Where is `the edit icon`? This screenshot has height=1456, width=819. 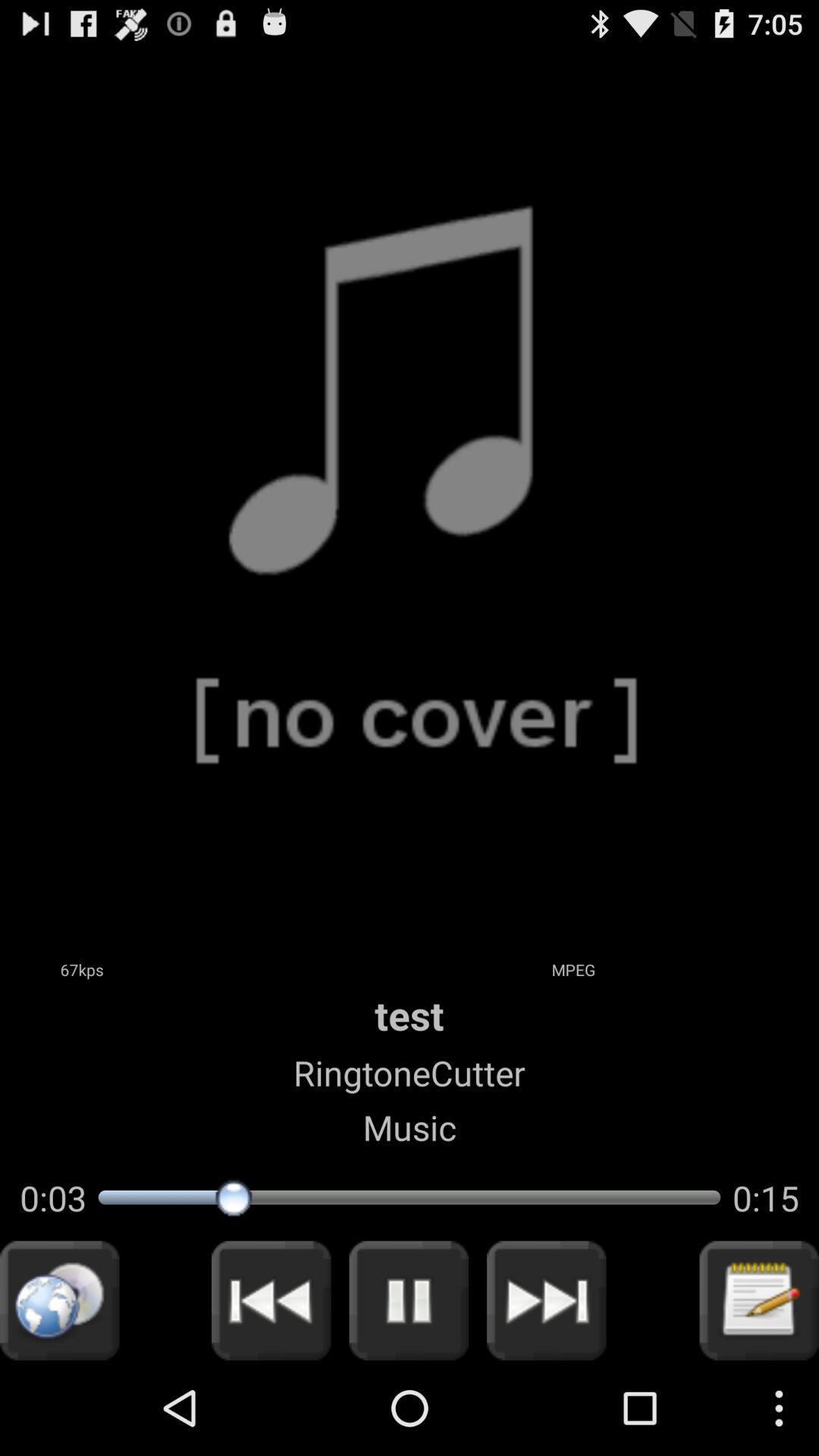 the edit icon is located at coordinates (759, 1392).